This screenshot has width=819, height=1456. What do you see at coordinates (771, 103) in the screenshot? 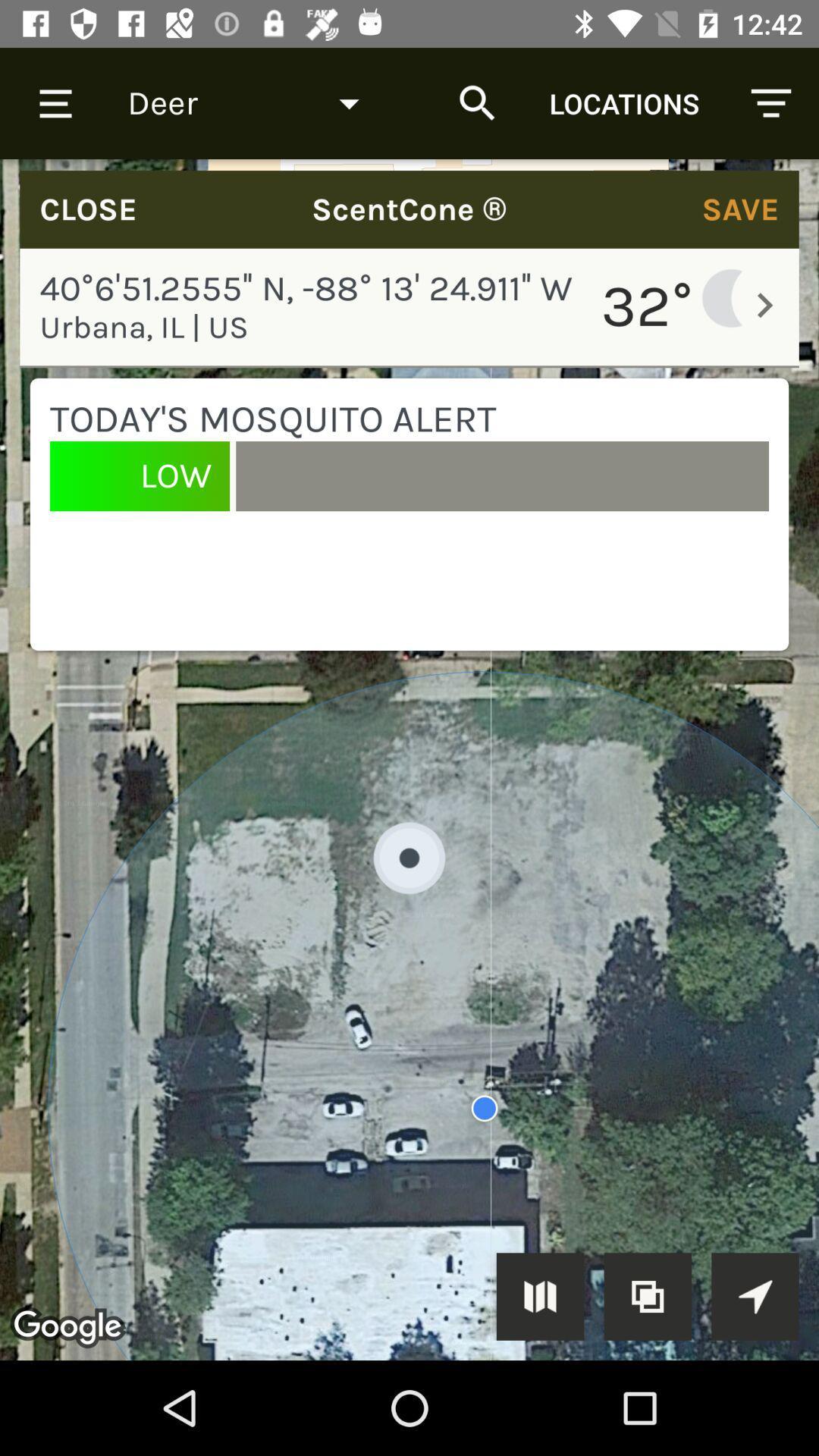
I see `icon at top right corner` at bounding box center [771, 103].